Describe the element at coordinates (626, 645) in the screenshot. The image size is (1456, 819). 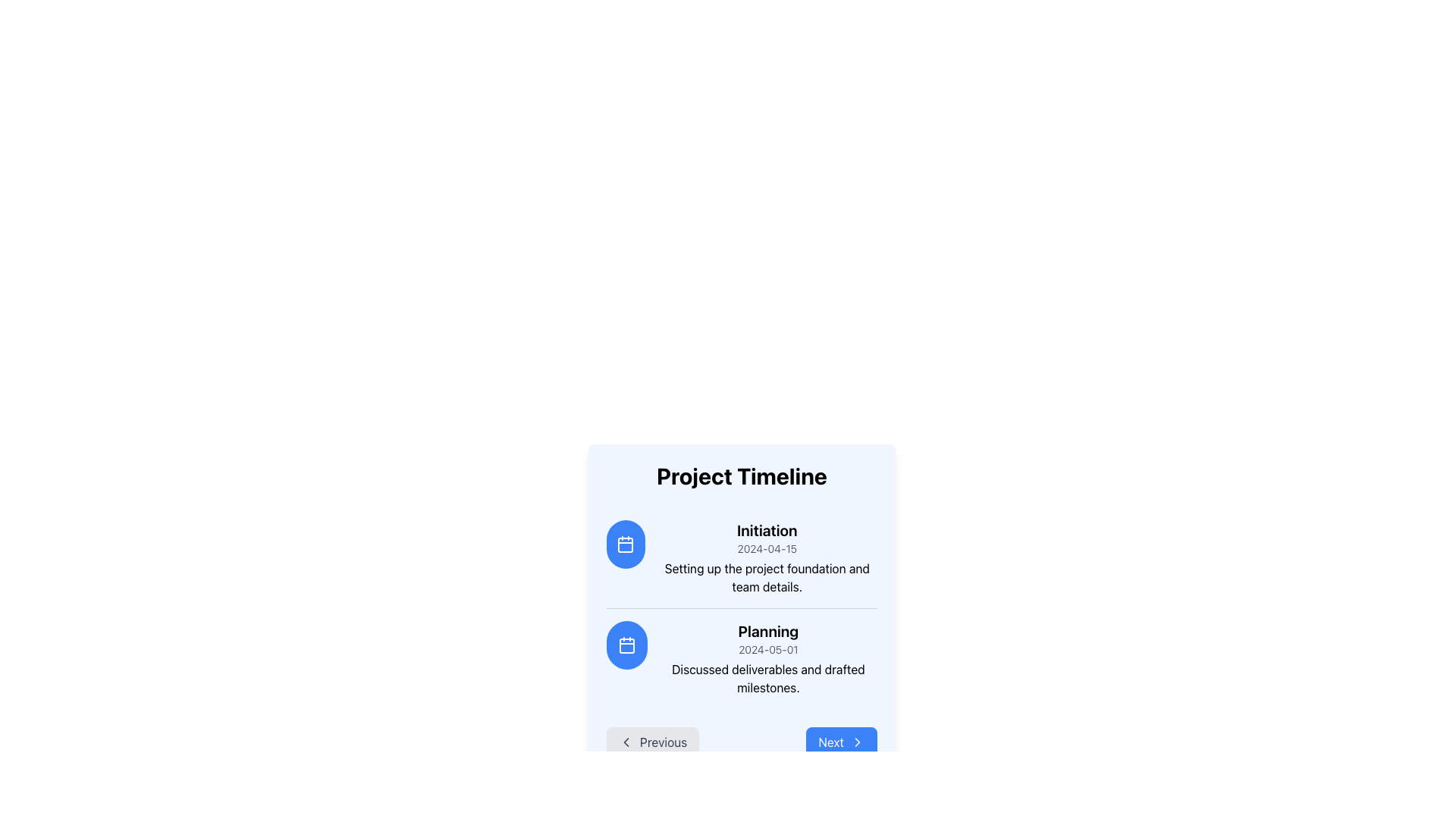
I see `the circular blue button with a white calendar icon` at that location.